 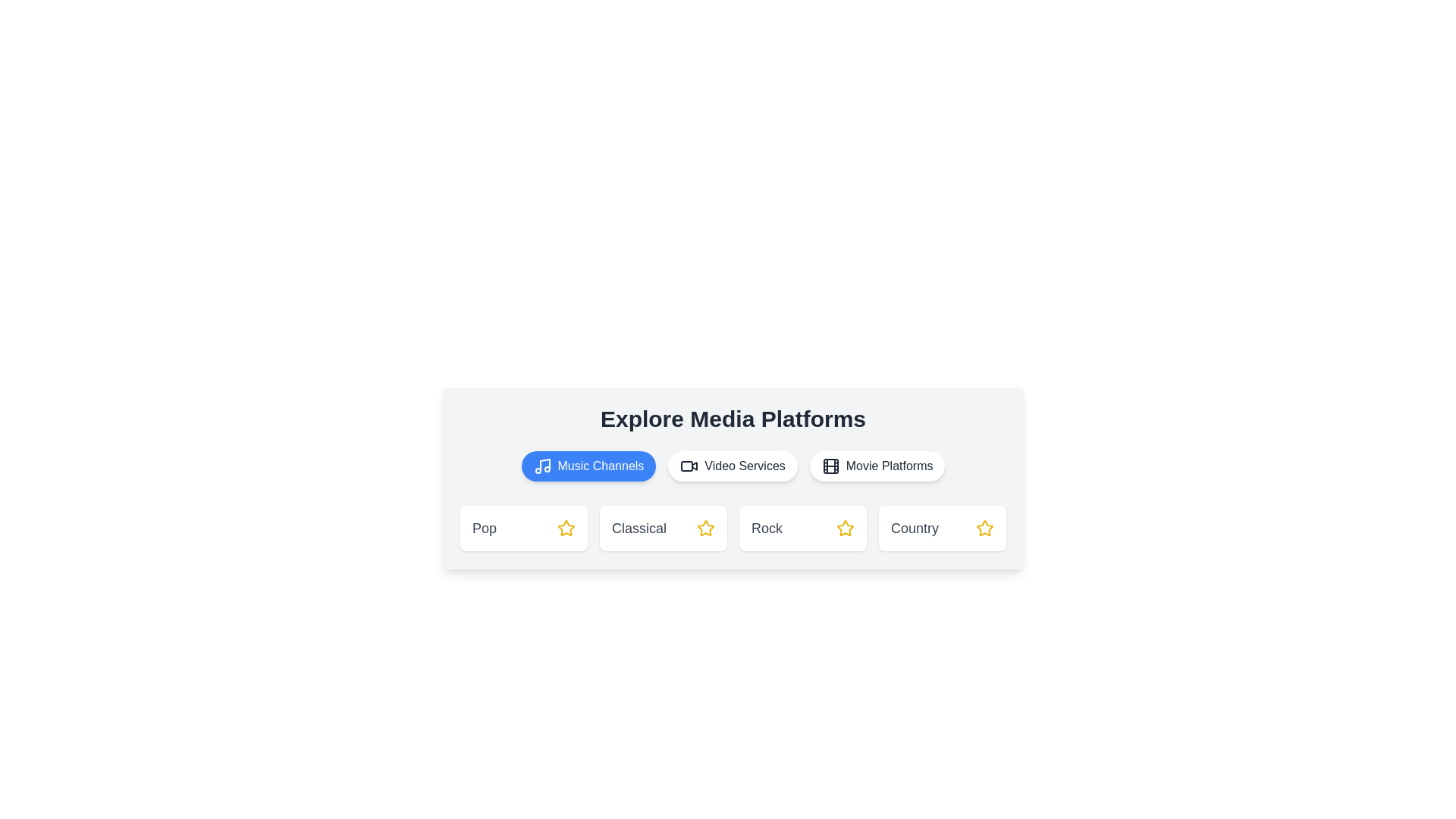 What do you see at coordinates (767, 528) in the screenshot?
I see `the text label displaying the word 'Rock' in a medium-sized, gray font, located in the third block from the left of a horizontal row of selectable blocks, to the left of a star icon` at bounding box center [767, 528].